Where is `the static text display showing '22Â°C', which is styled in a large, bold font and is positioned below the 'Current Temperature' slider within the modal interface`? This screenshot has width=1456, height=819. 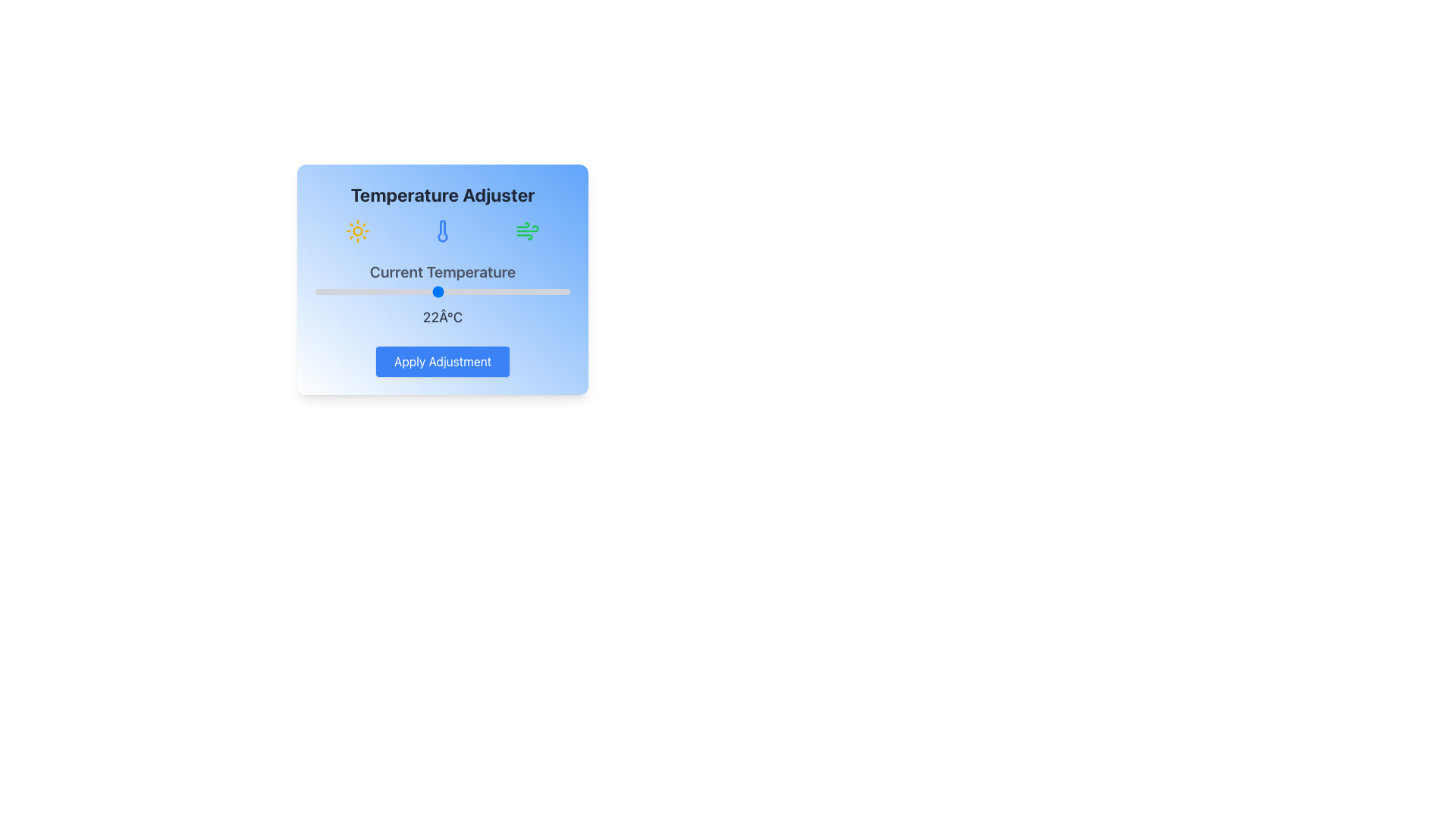 the static text display showing '22Â°C', which is styled in a large, bold font and is positioned below the 'Current Temperature' slider within the modal interface is located at coordinates (442, 317).